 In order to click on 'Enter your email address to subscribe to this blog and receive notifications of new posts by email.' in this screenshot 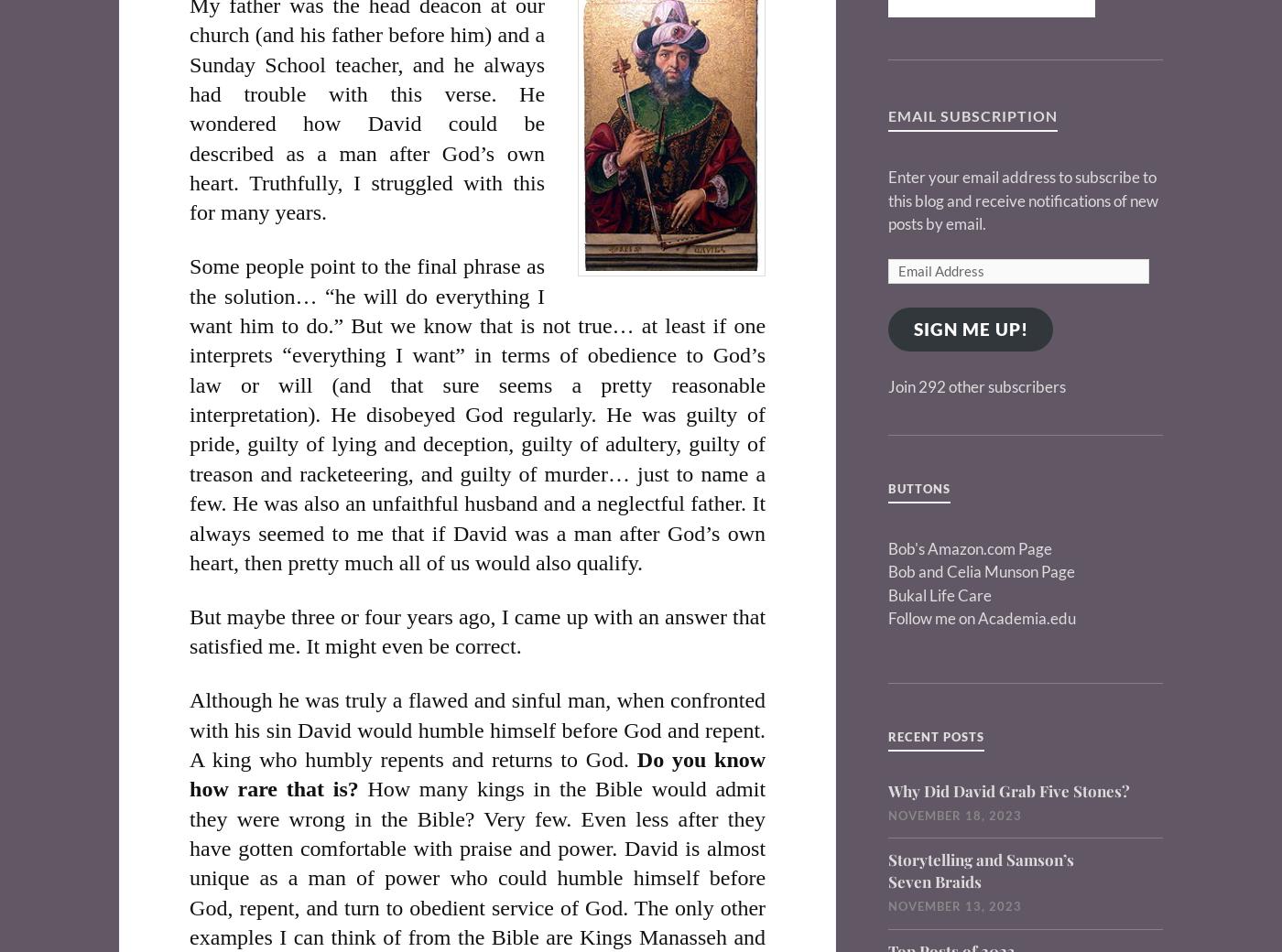, I will do `click(1023, 200)`.